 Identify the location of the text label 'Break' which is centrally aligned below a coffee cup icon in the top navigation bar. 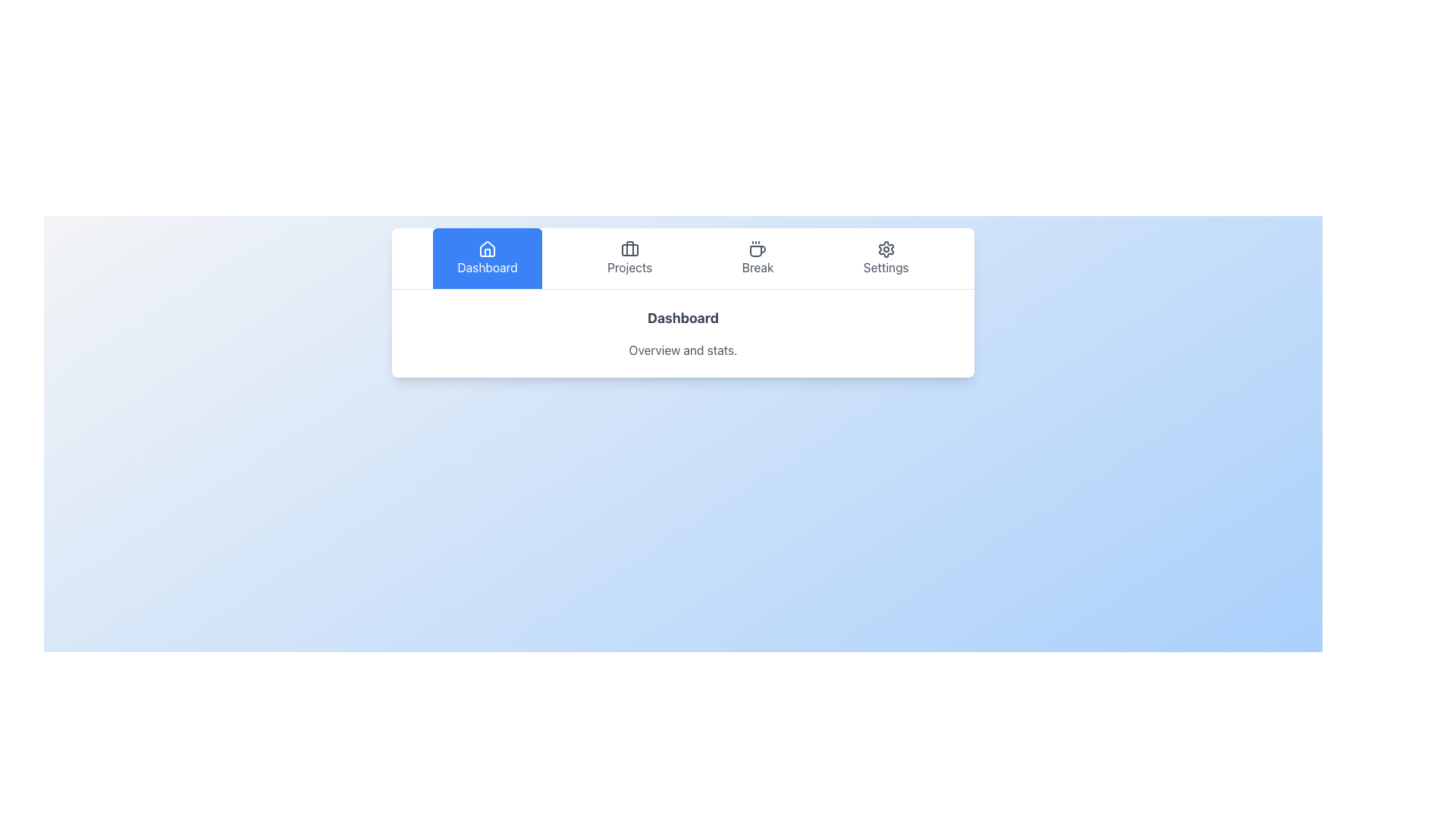
(758, 267).